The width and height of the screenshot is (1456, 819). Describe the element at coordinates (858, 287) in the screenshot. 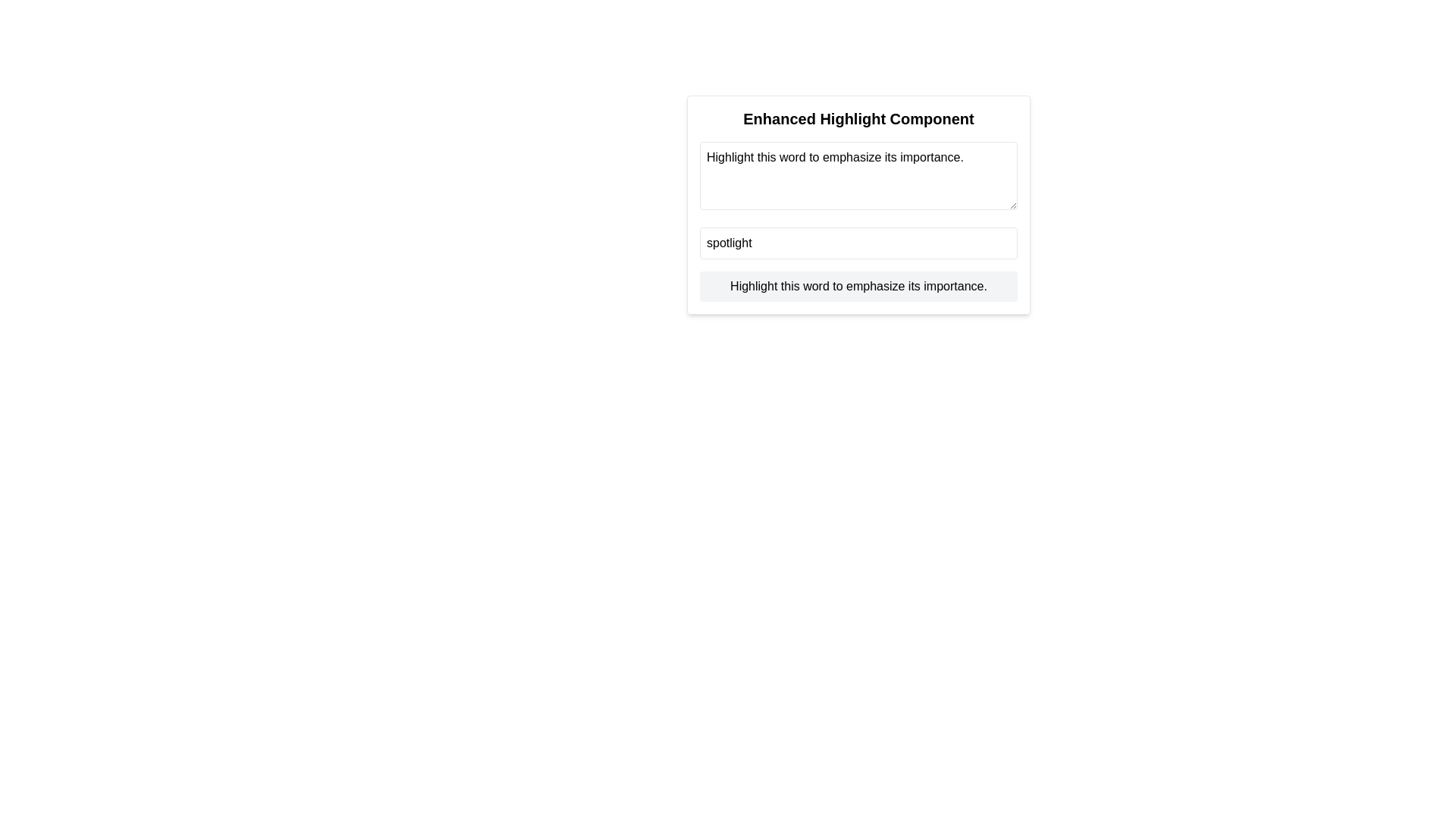

I see `the static text label that contains the text 'Highlight this word to emphasize its importance.' located at the bottom of the 'Enhanced Highlight Component' card` at that location.